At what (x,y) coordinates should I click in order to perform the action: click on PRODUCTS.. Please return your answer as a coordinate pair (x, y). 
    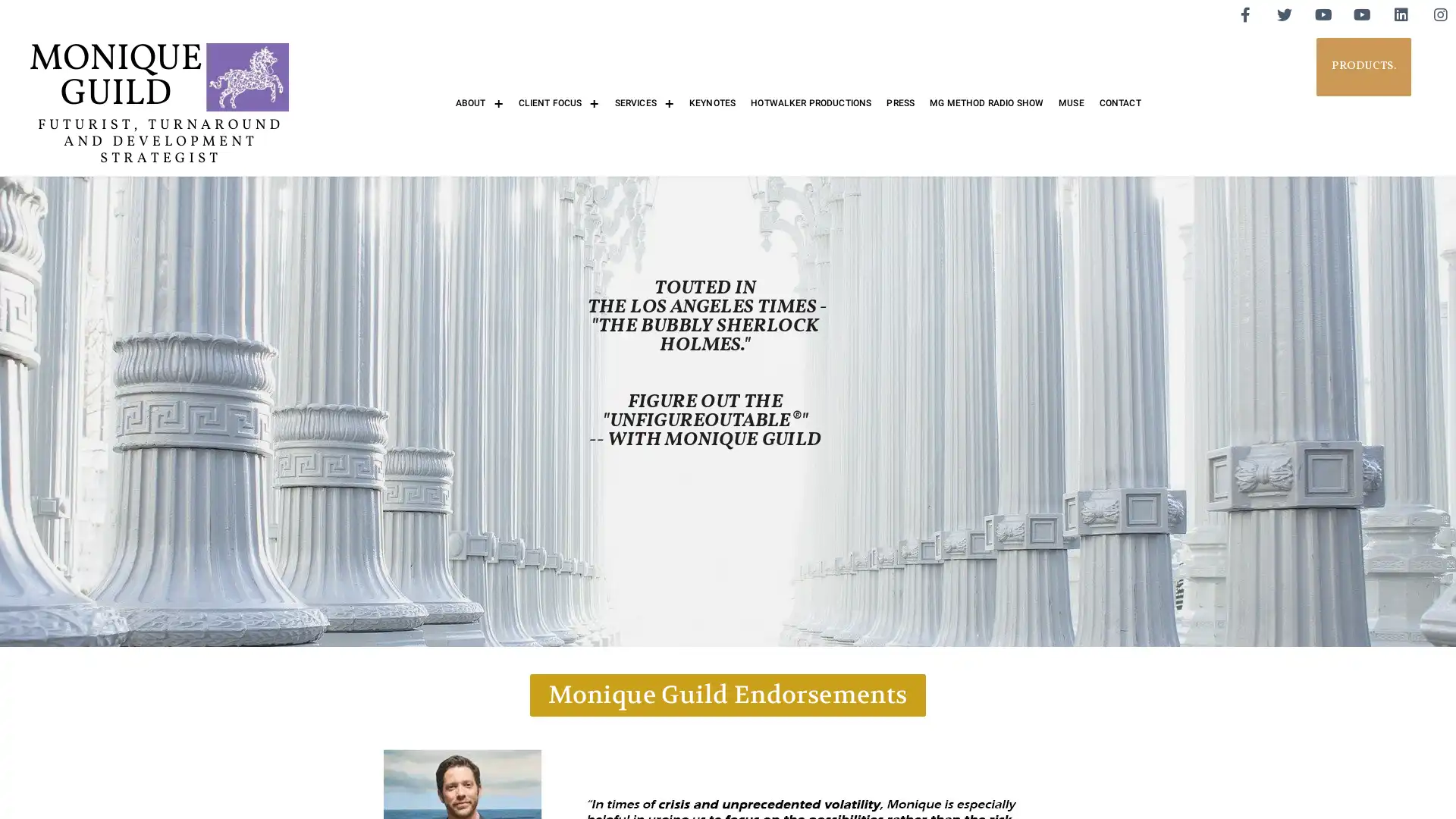
    Looking at the image, I should click on (1363, 66).